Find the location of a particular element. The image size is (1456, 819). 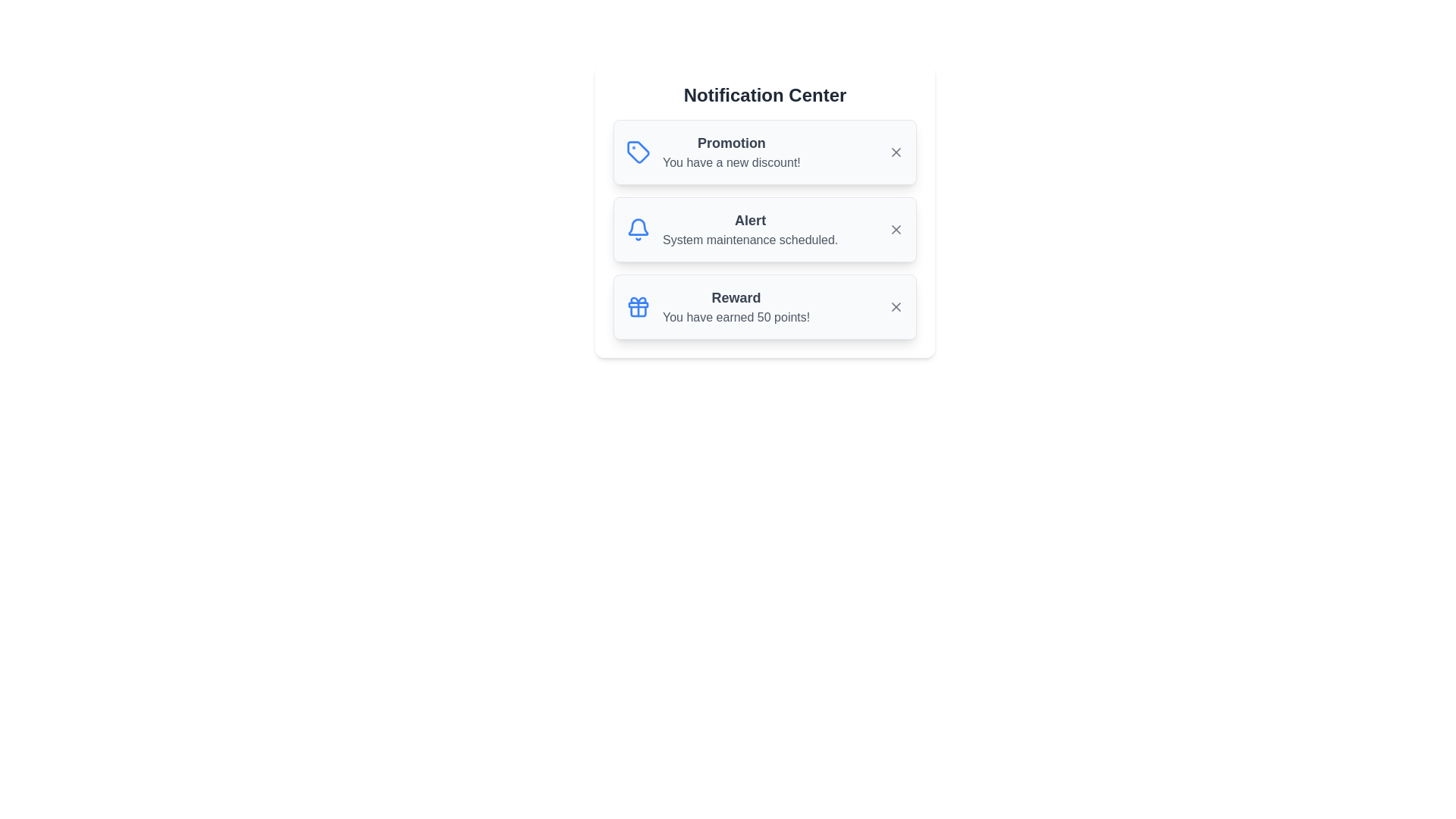

the second notification entry in the Notification Center, which informs users of a system maintenance schedule is located at coordinates (764, 230).